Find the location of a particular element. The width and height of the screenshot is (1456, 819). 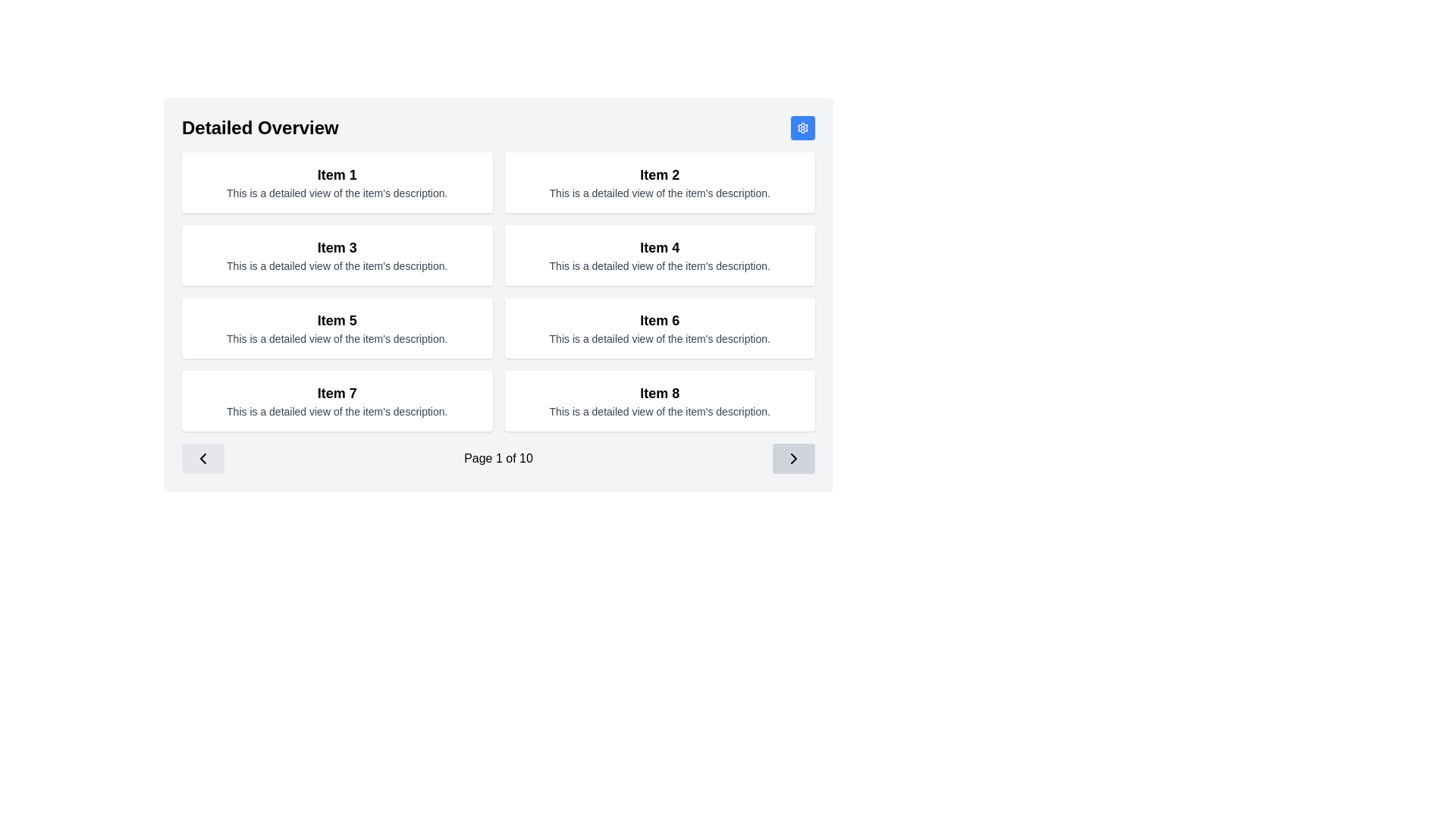

the gear icon representing settings, which is styled with a blue background and white foreground is located at coordinates (802, 127).